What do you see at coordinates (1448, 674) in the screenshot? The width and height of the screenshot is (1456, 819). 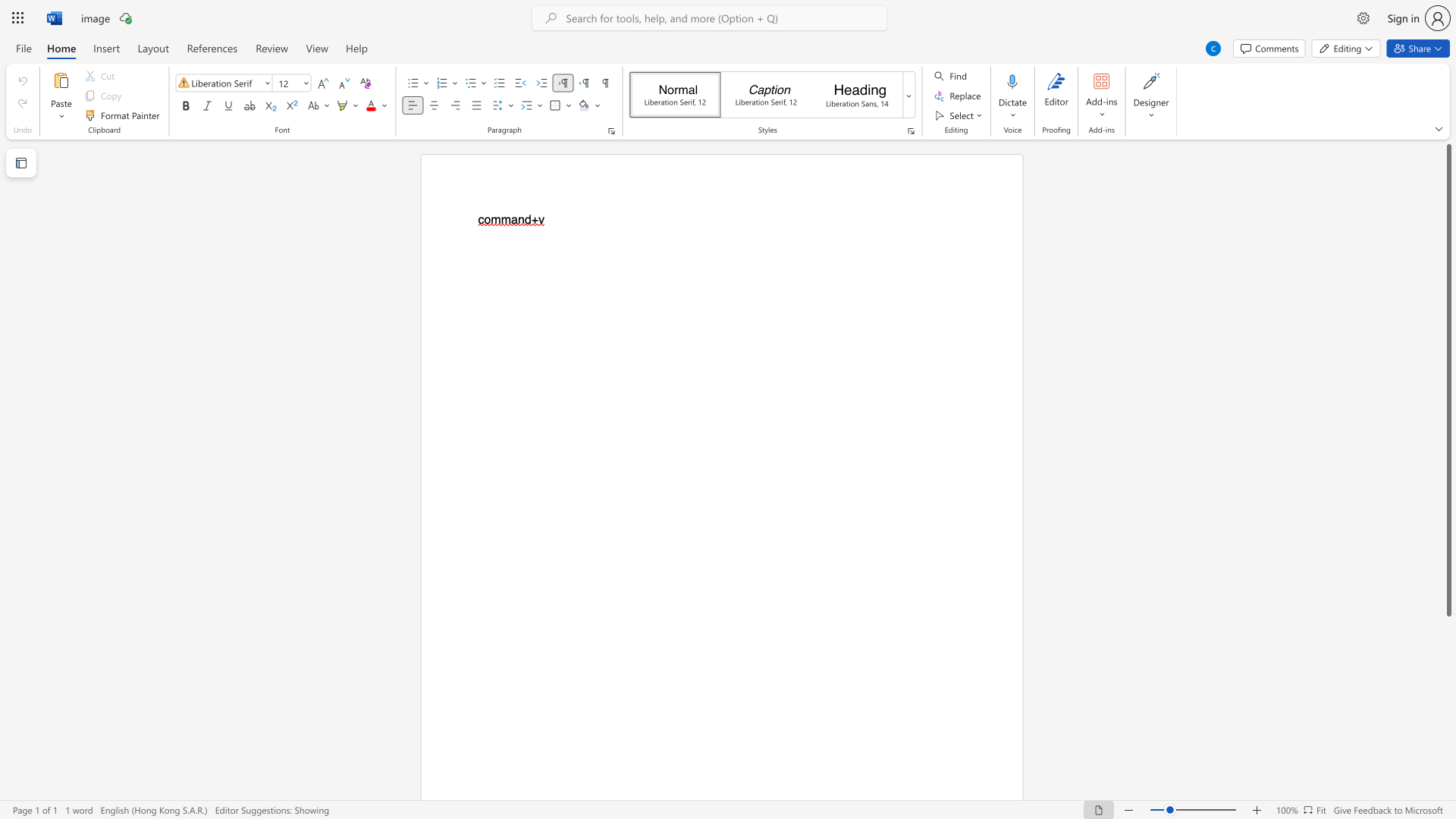 I see `the scrollbar on the right` at bounding box center [1448, 674].